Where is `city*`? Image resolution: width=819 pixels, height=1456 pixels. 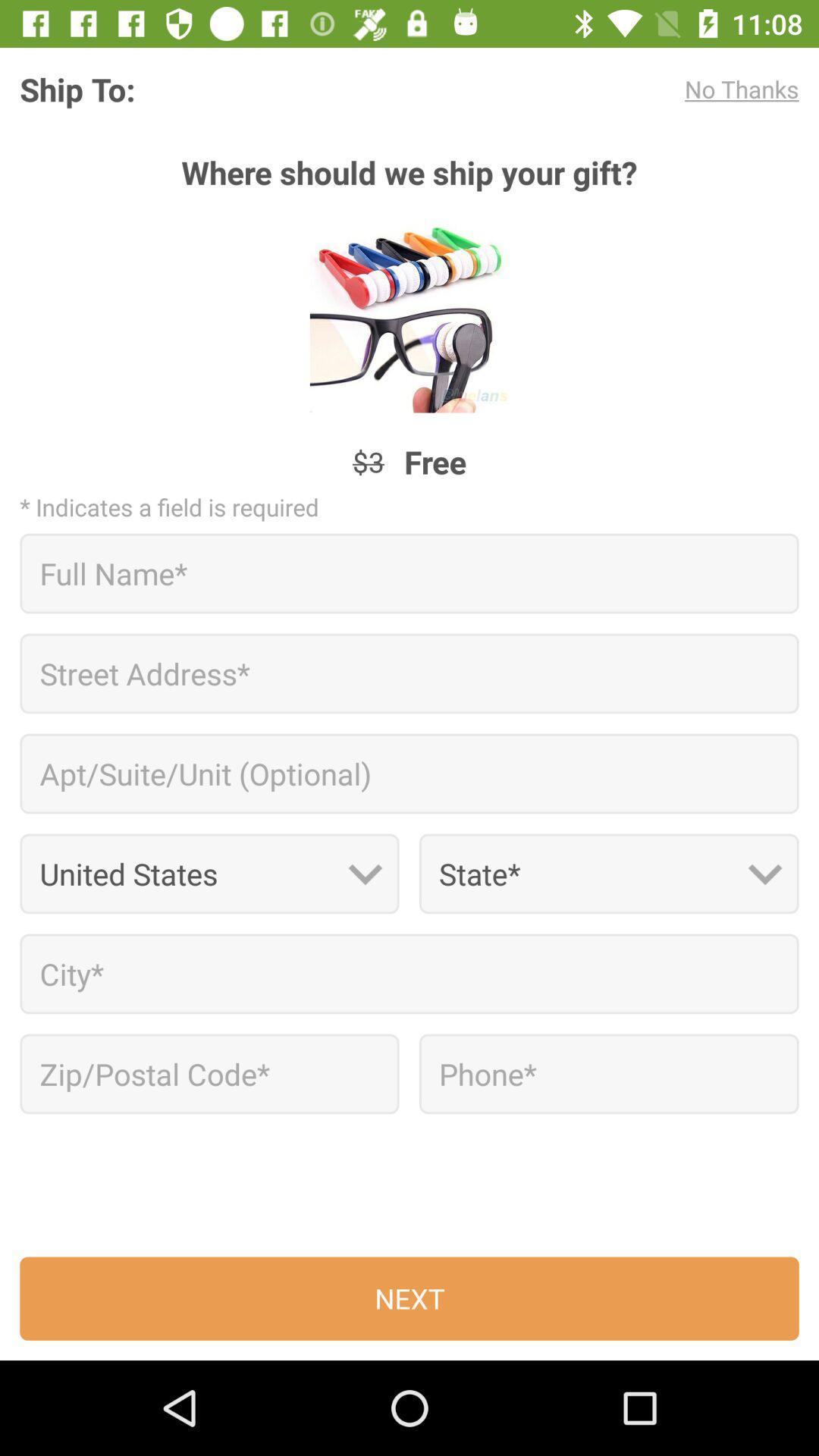
city* is located at coordinates (409, 974).